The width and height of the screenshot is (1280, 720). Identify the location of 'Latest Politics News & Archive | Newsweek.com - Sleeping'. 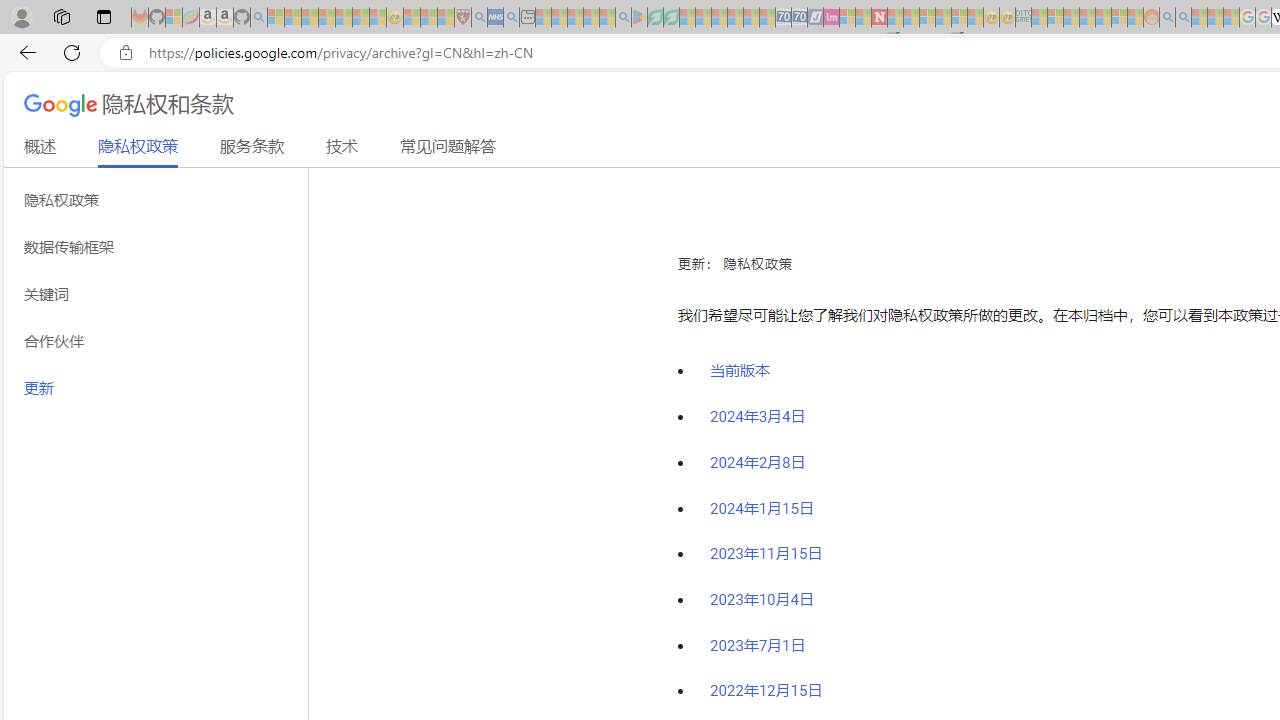
(879, 17).